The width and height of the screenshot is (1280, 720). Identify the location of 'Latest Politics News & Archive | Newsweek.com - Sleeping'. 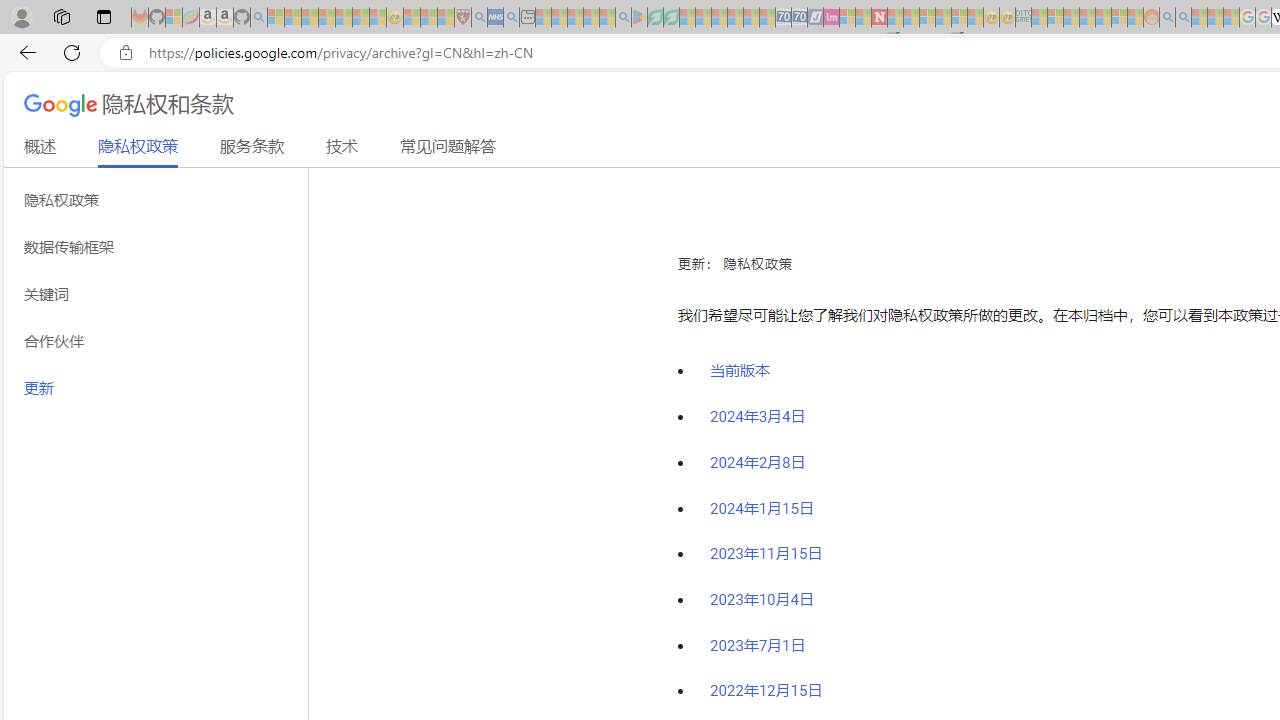
(879, 17).